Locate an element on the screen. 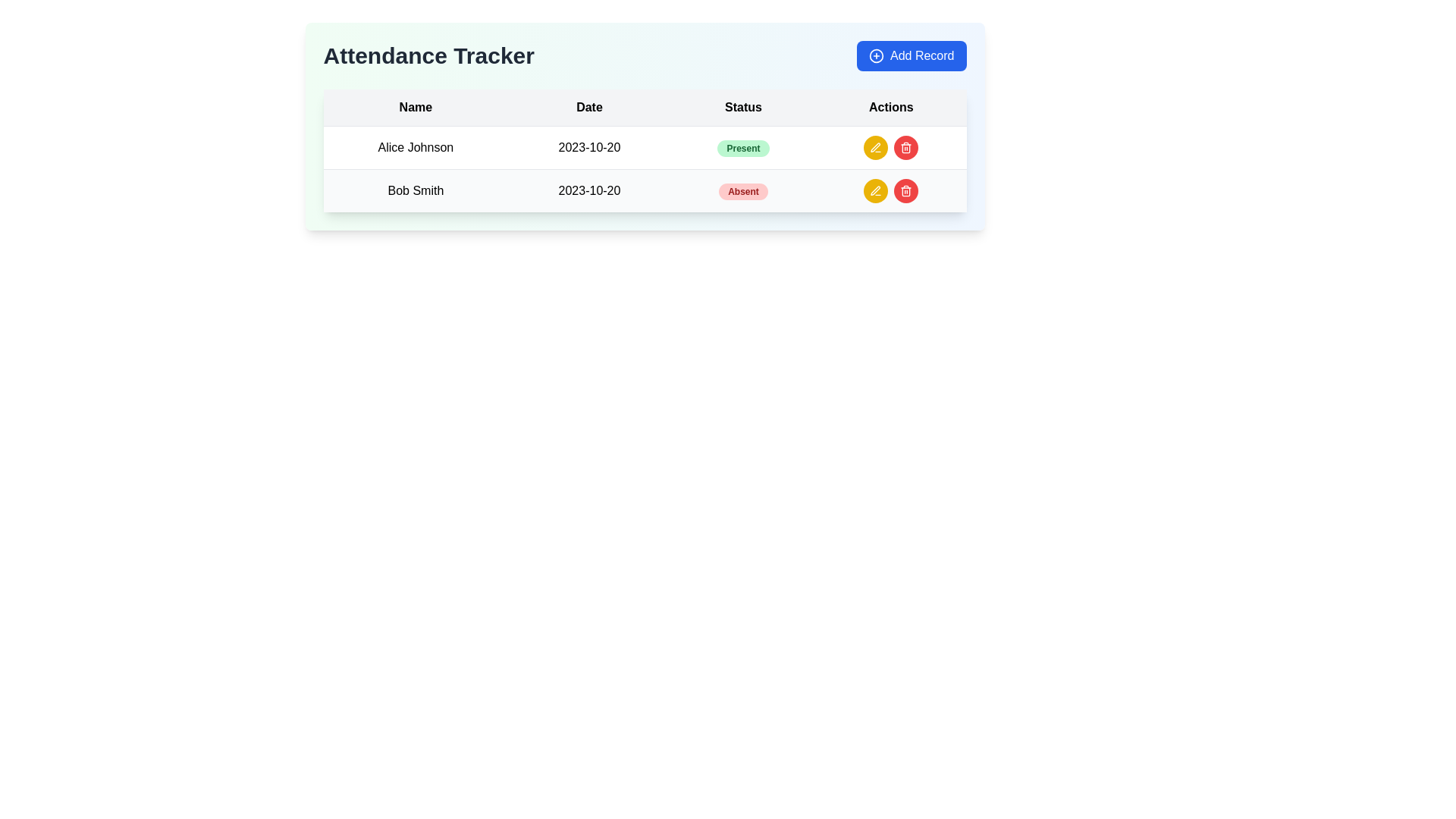  the 'Name' text label, which is the first header in a table-like structure, located immediately to the right of the title 'Attendance Tracker' is located at coordinates (416, 107).